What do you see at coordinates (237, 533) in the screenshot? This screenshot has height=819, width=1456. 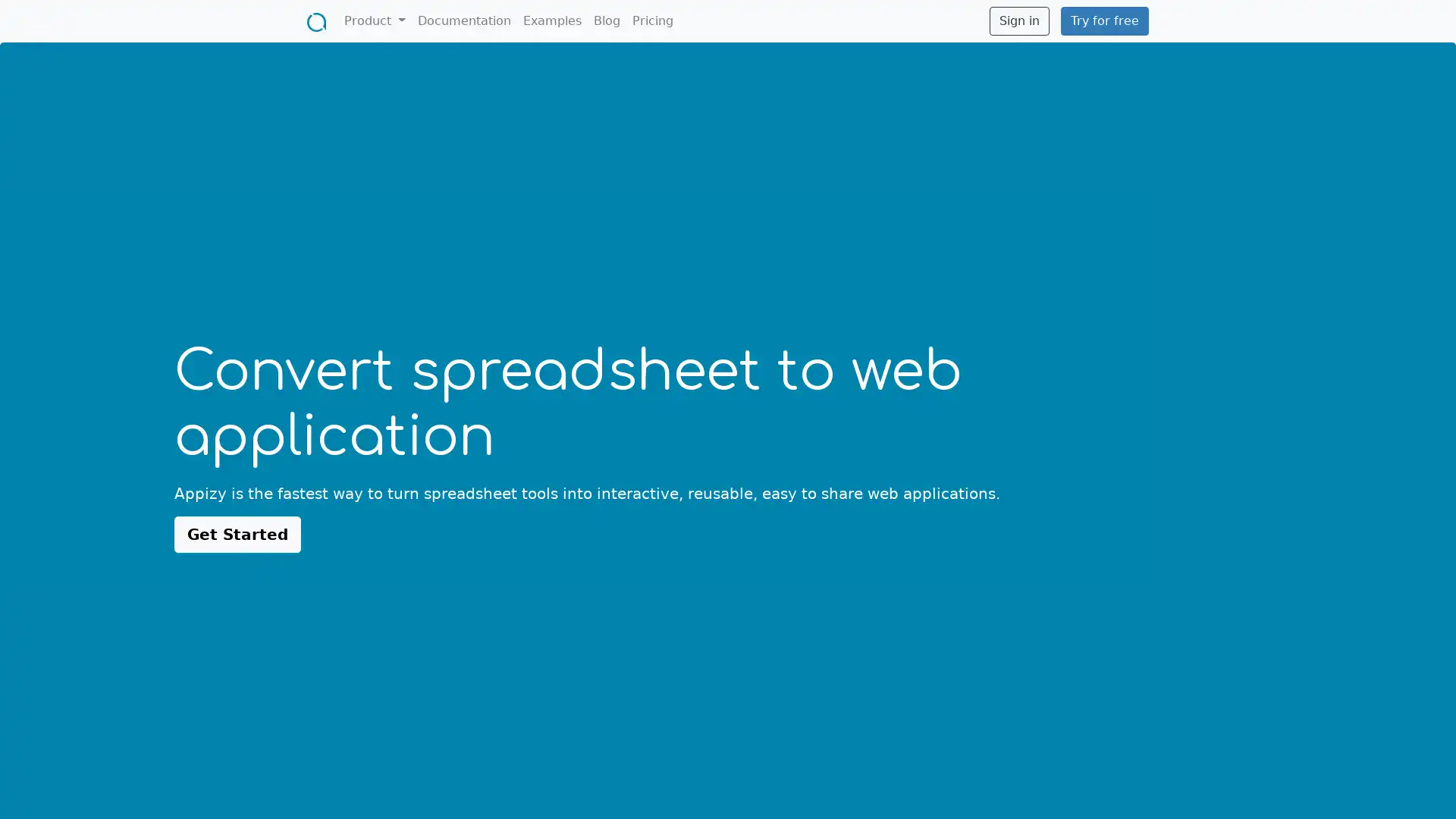 I see `Get Started` at bounding box center [237, 533].